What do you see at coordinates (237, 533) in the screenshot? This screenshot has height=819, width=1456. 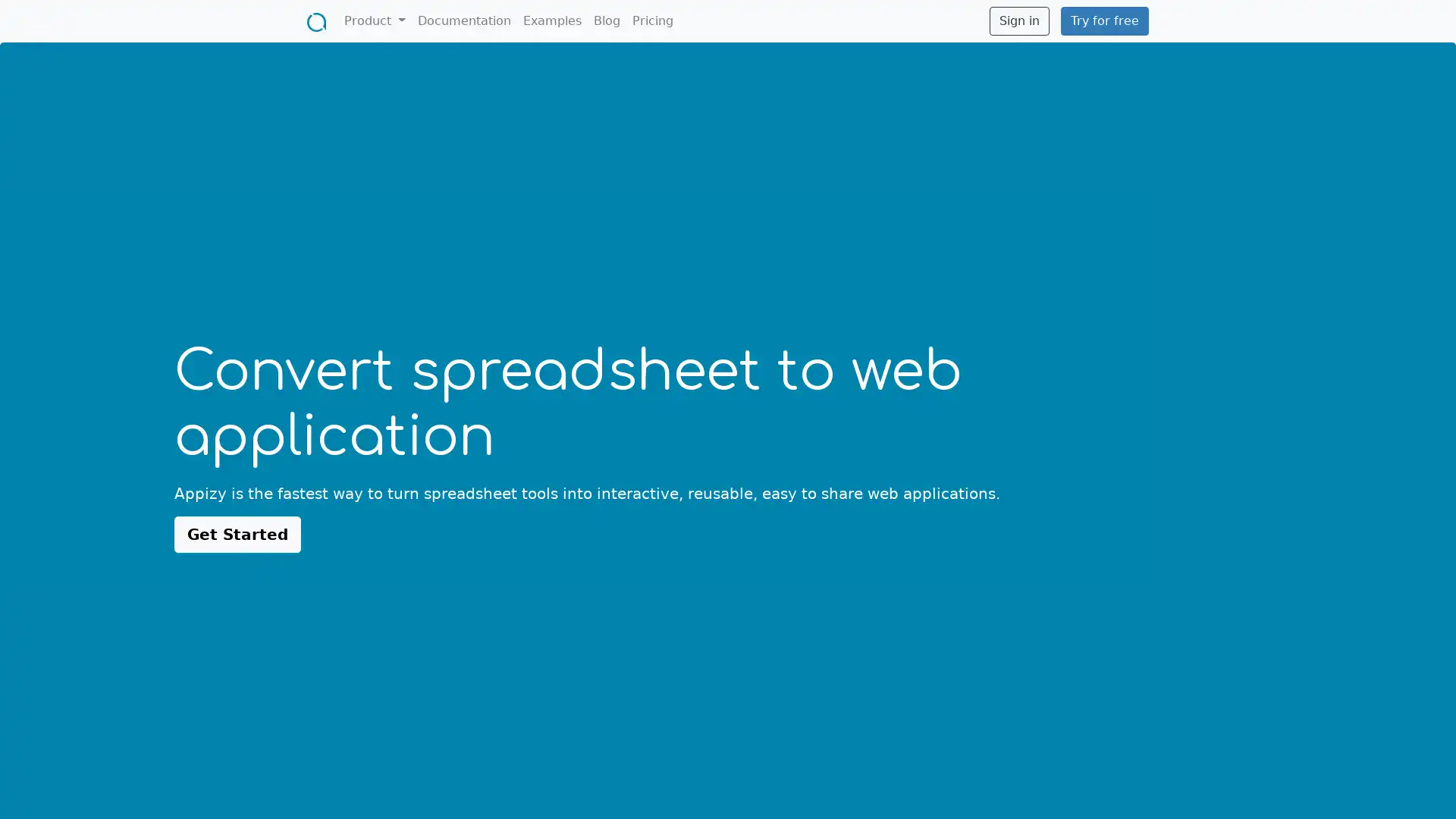 I see `Get Started` at bounding box center [237, 533].